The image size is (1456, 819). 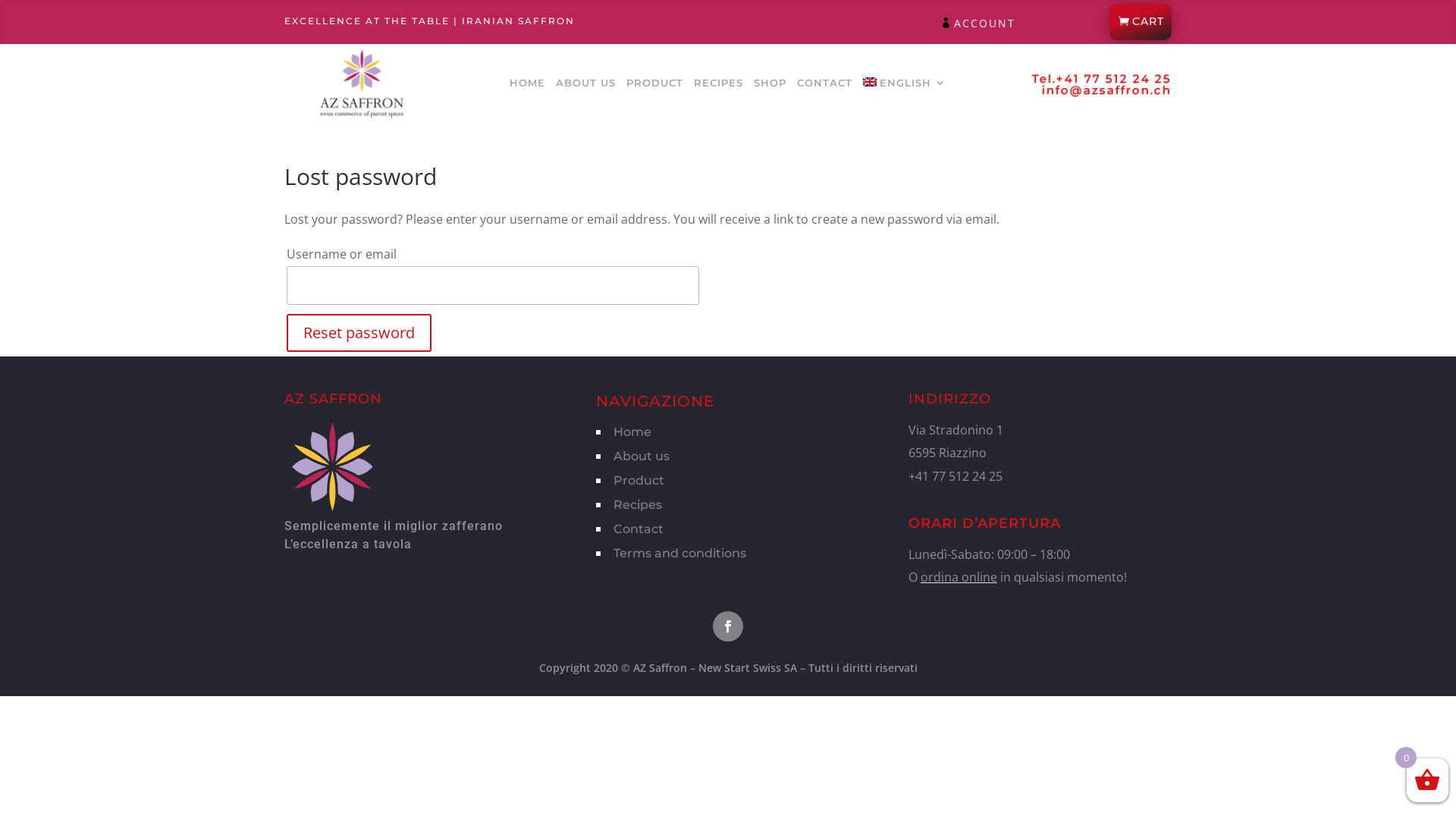 I want to click on 'About us', so click(x=613, y=455).